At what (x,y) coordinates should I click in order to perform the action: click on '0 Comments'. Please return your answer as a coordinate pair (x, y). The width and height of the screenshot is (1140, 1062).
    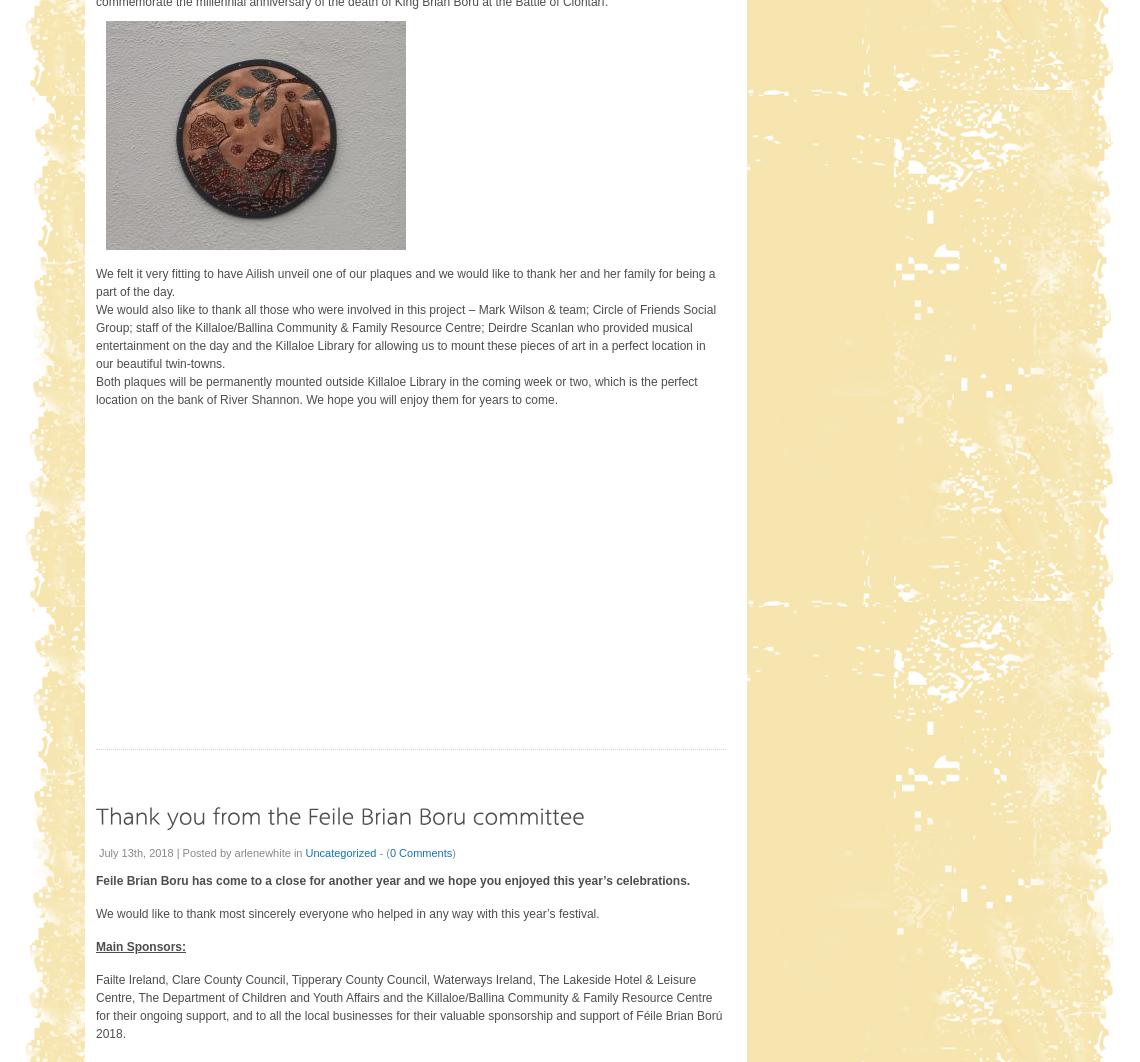
    Looking at the image, I should click on (419, 851).